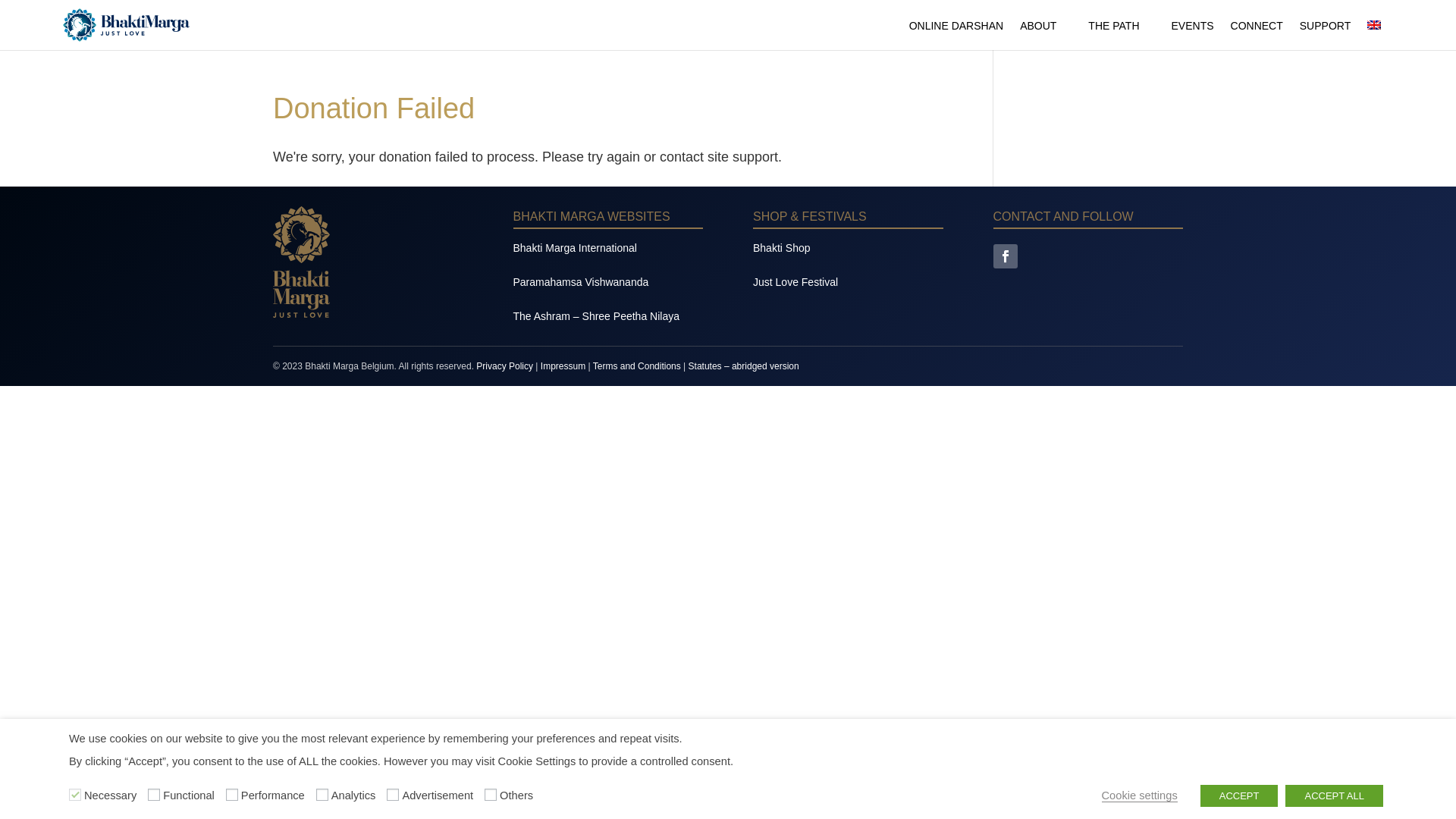  What do you see at coordinates (1139, 795) in the screenshot?
I see `'Cookie settings'` at bounding box center [1139, 795].